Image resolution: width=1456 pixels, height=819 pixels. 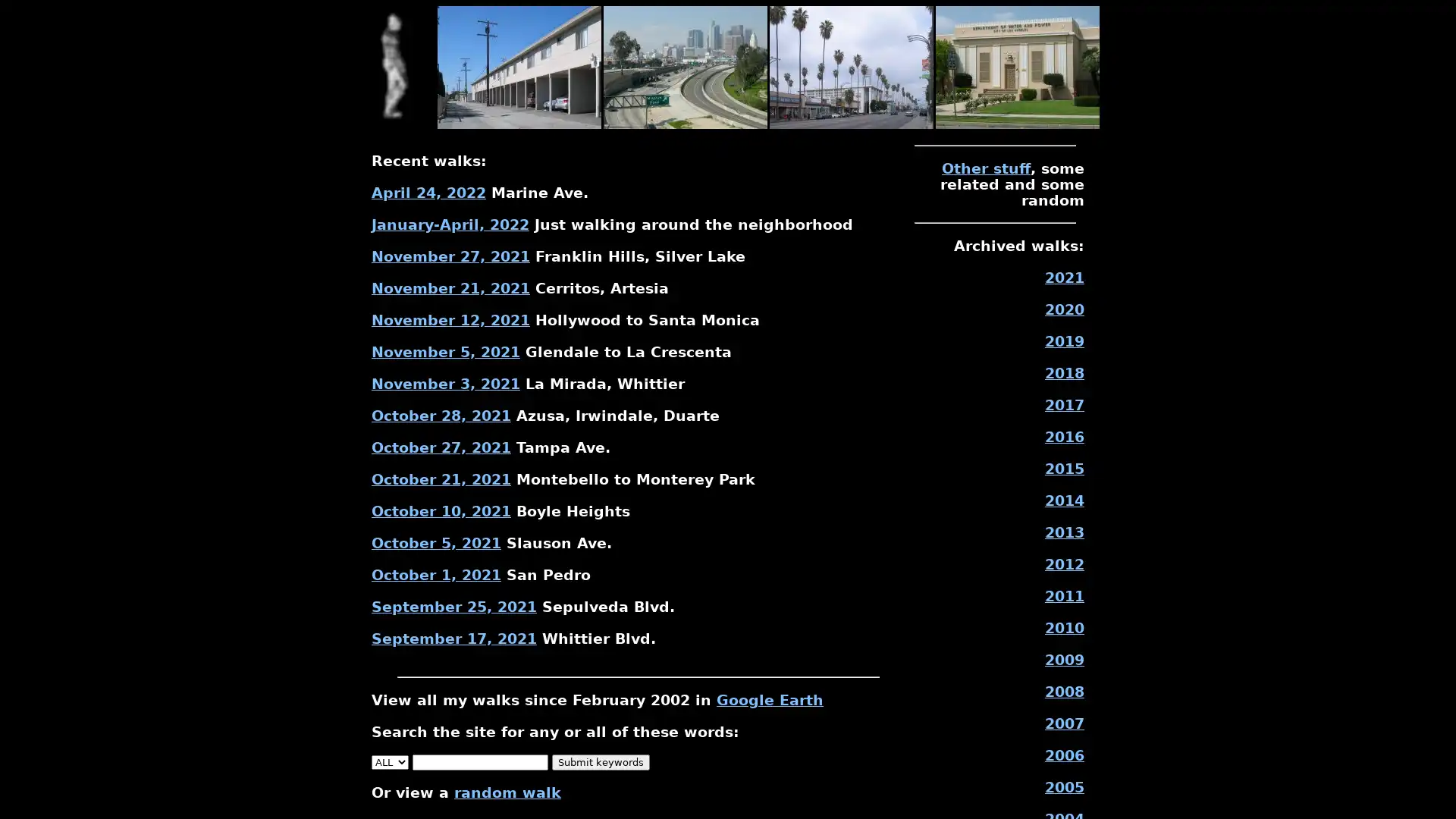 I want to click on Submit keywords, so click(x=600, y=761).